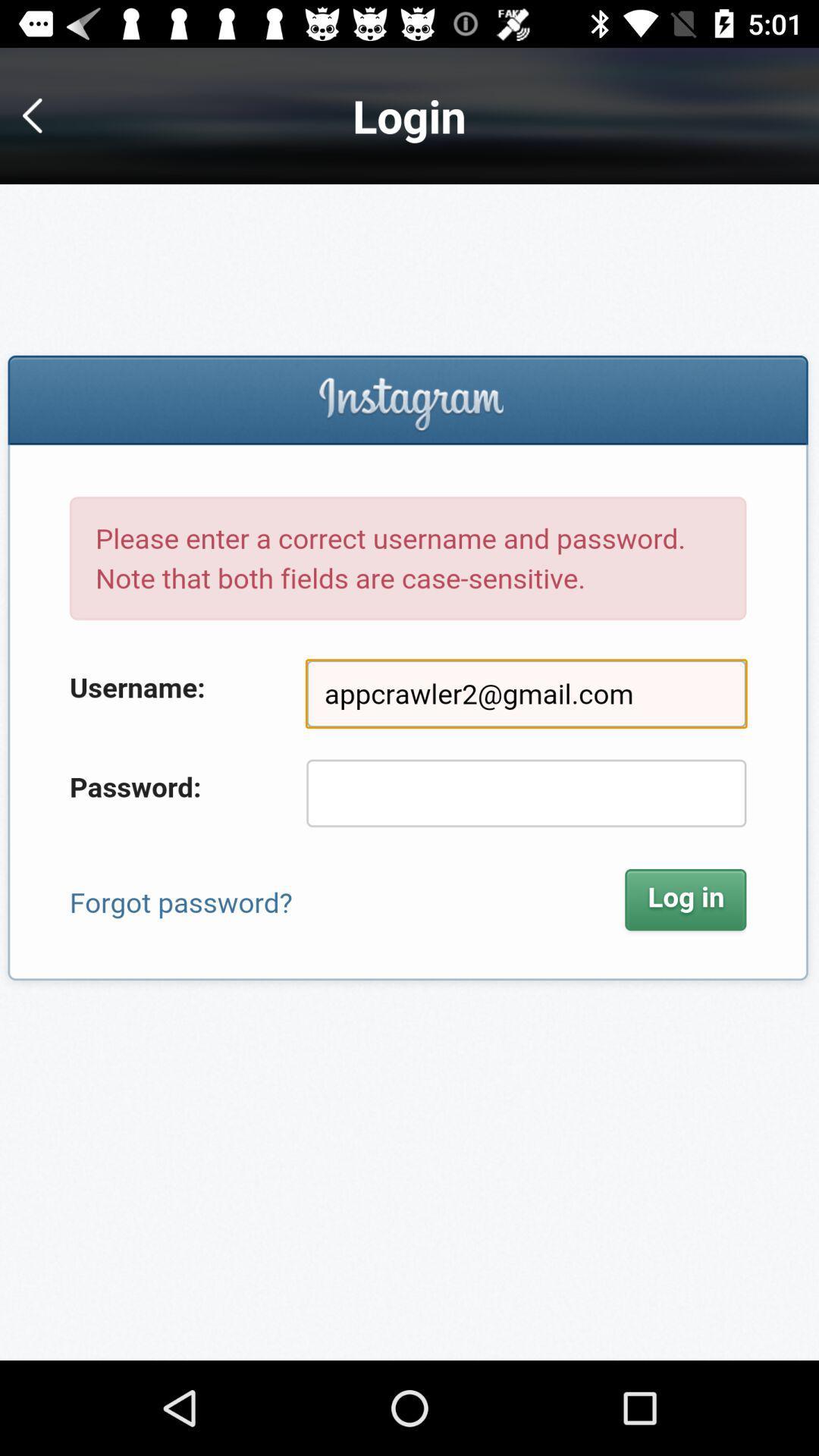 The width and height of the screenshot is (819, 1456). Describe the element at coordinates (409, 772) in the screenshot. I see `password` at that location.